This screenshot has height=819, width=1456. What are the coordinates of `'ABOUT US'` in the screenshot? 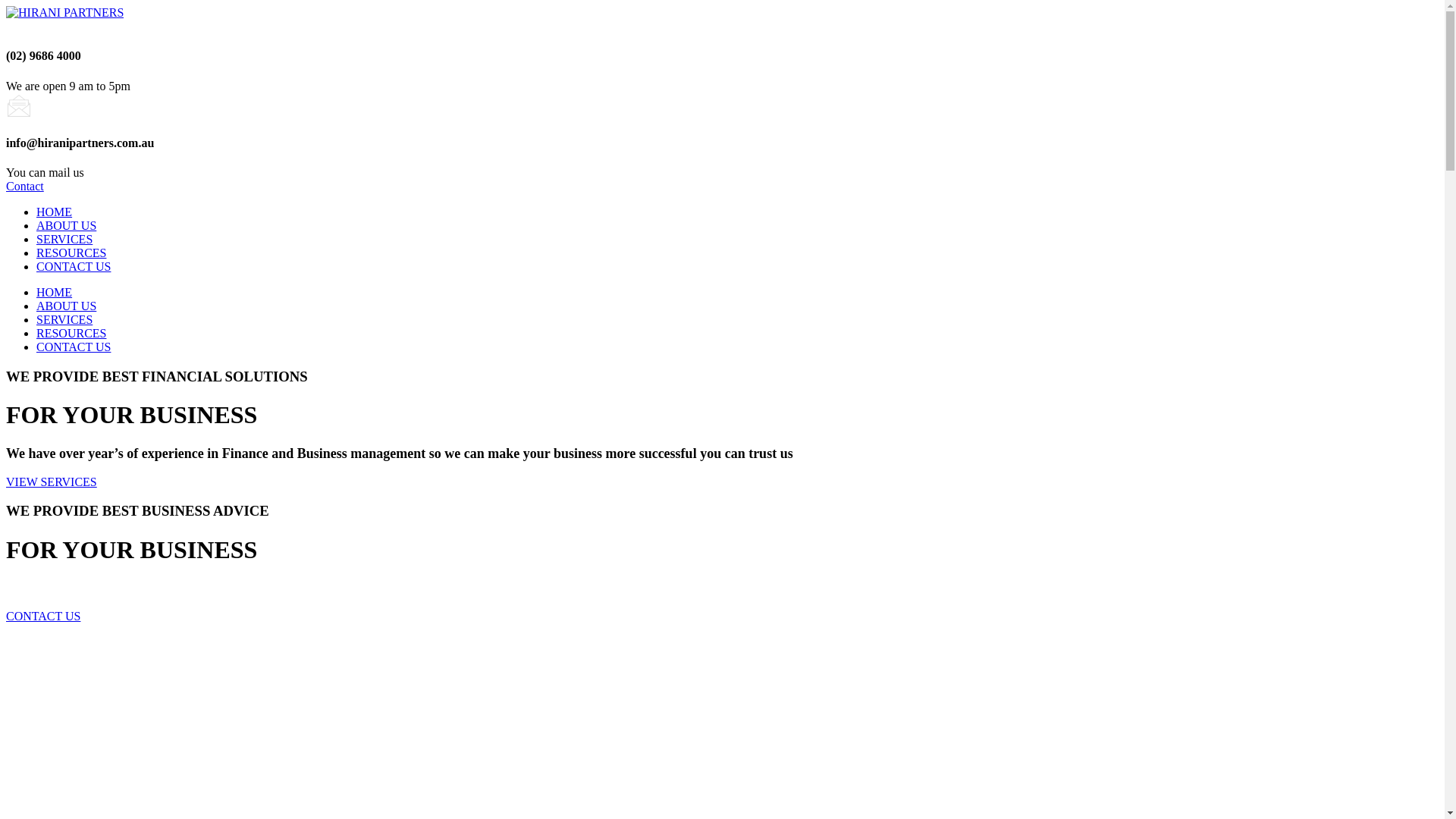 It's located at (65, 306).